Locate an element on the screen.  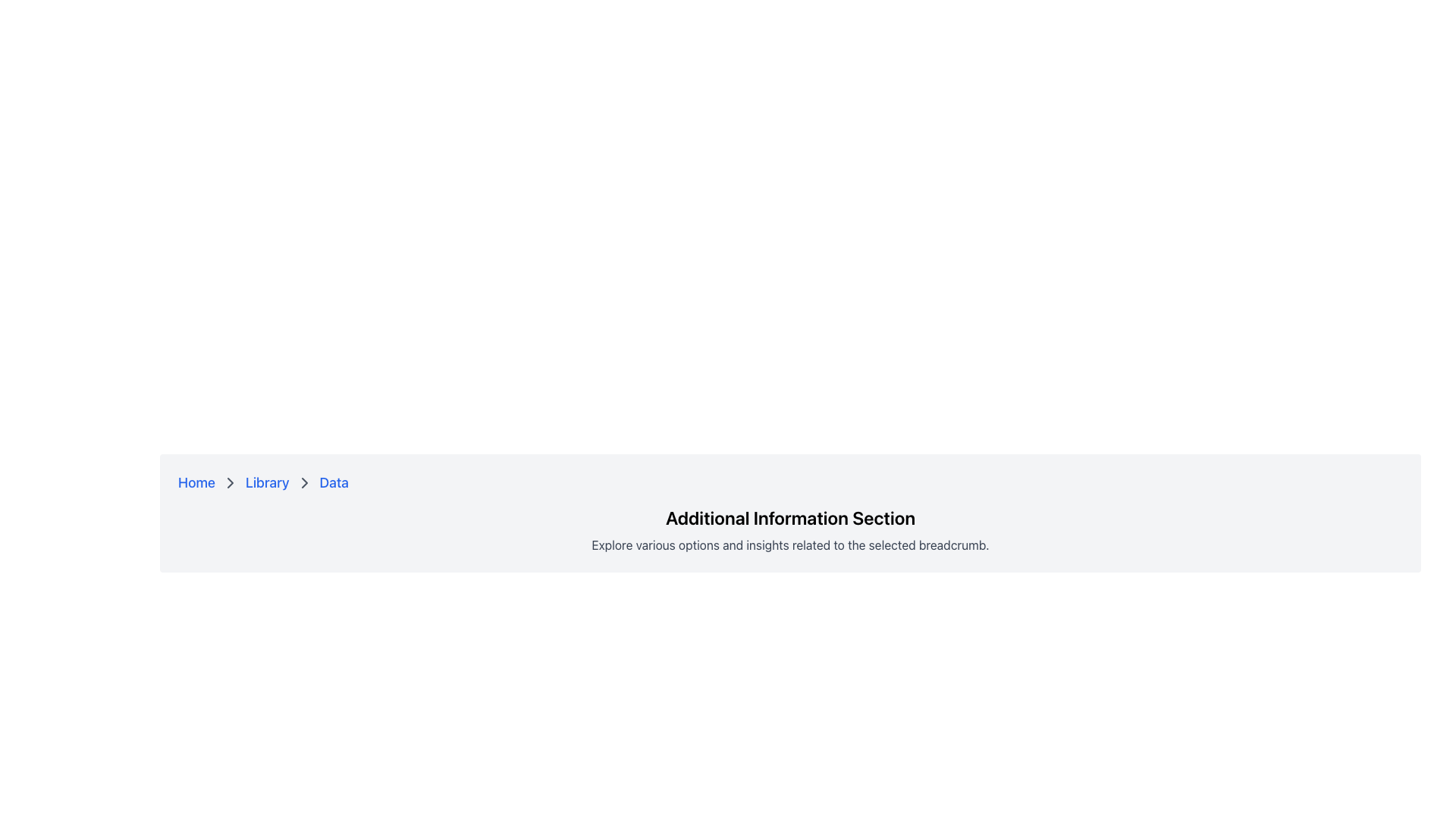
the 'Home' link in the breadcrumb navigation bar to trigger the color change effect is located at coordinates (196, 482).